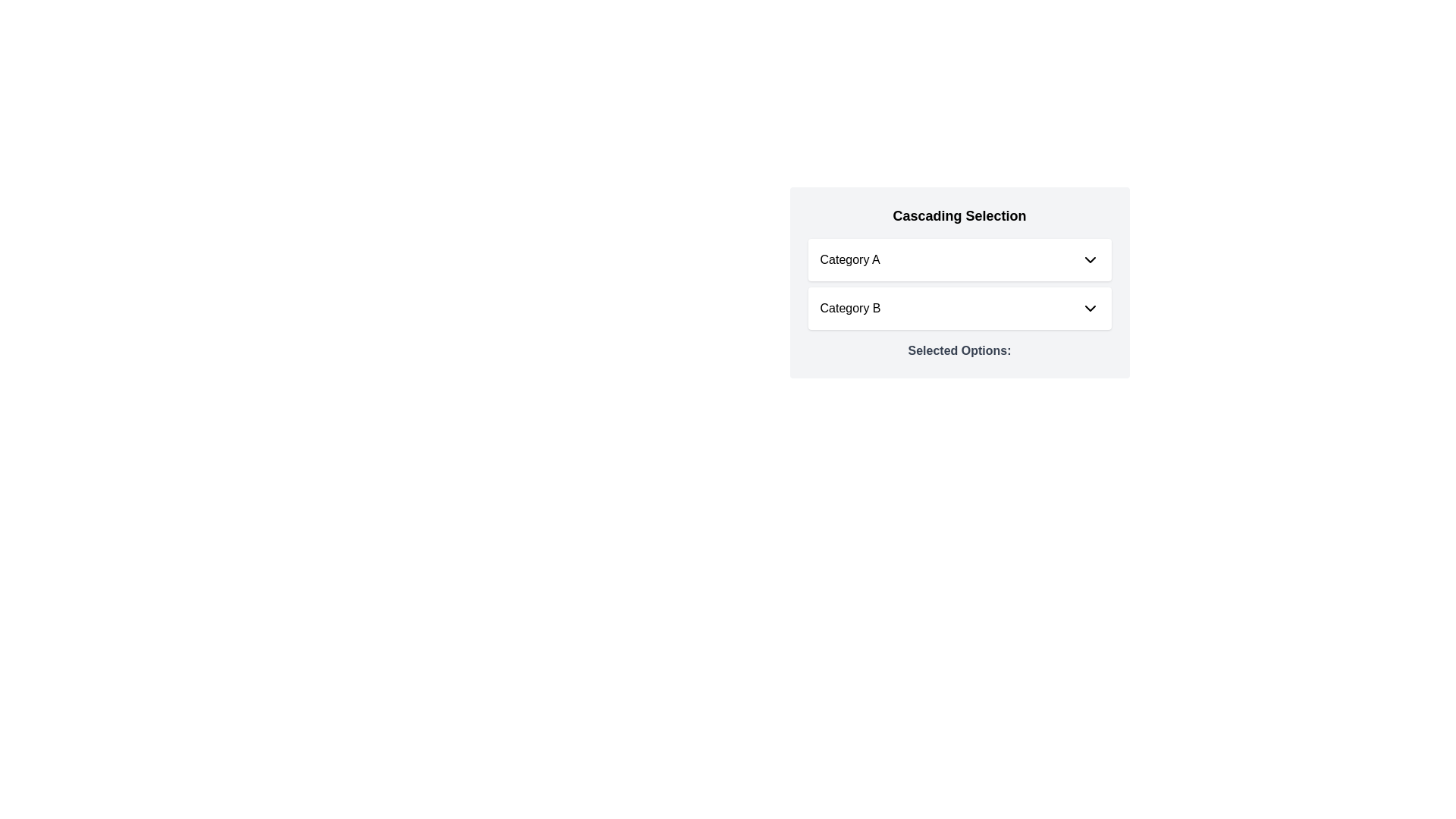 The height and width of the screenshot is (819, 1456). What do you see at coordinates (850, 308) in the screenshot?
I see `the text label 'Category B'` at bounding box center [850, 308].